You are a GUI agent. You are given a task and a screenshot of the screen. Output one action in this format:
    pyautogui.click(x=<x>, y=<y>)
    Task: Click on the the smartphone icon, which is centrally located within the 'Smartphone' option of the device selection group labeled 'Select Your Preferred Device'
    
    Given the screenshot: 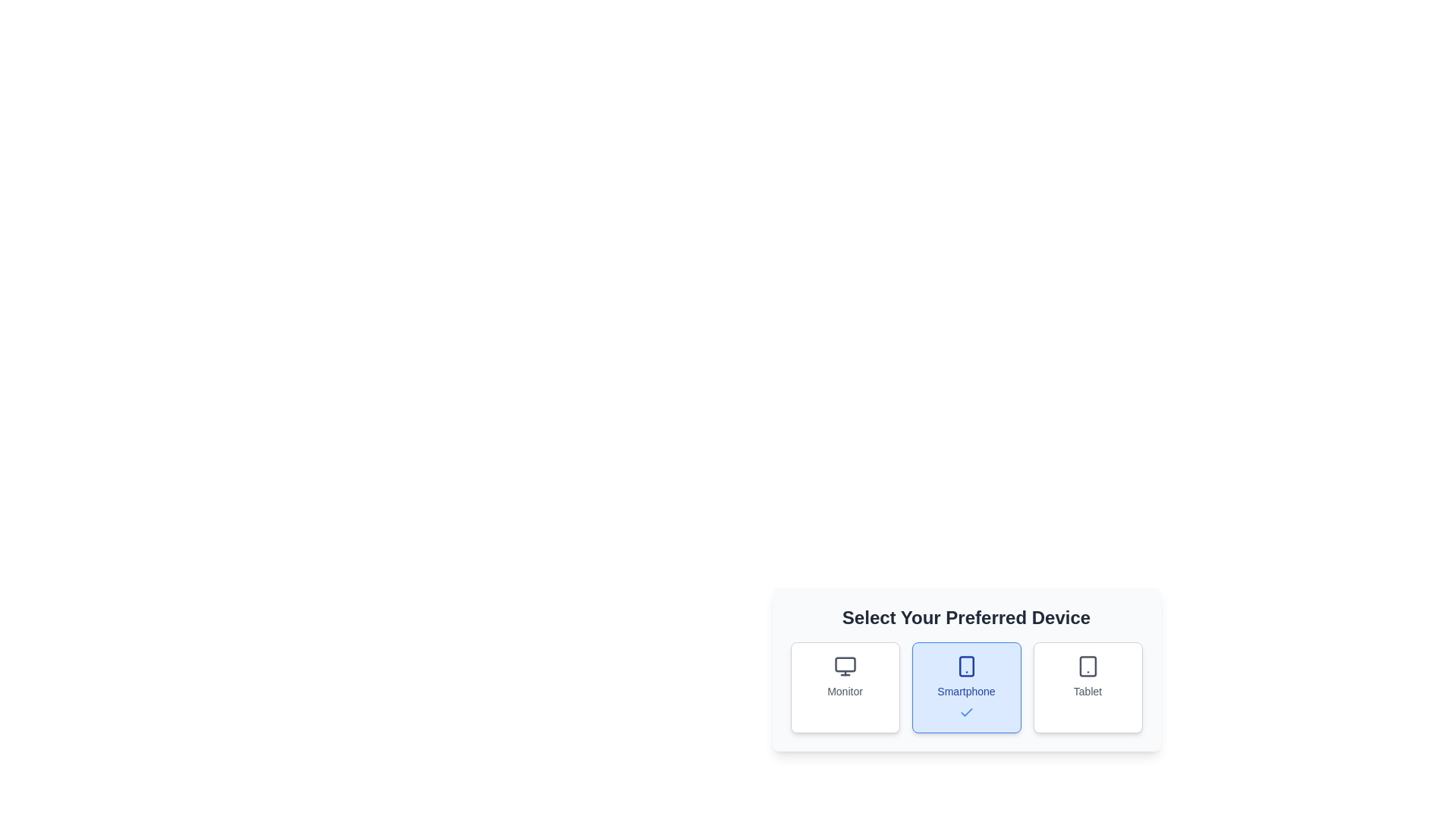 What is the action you would take?
    pyautogui.click(x=965, y=666)
    